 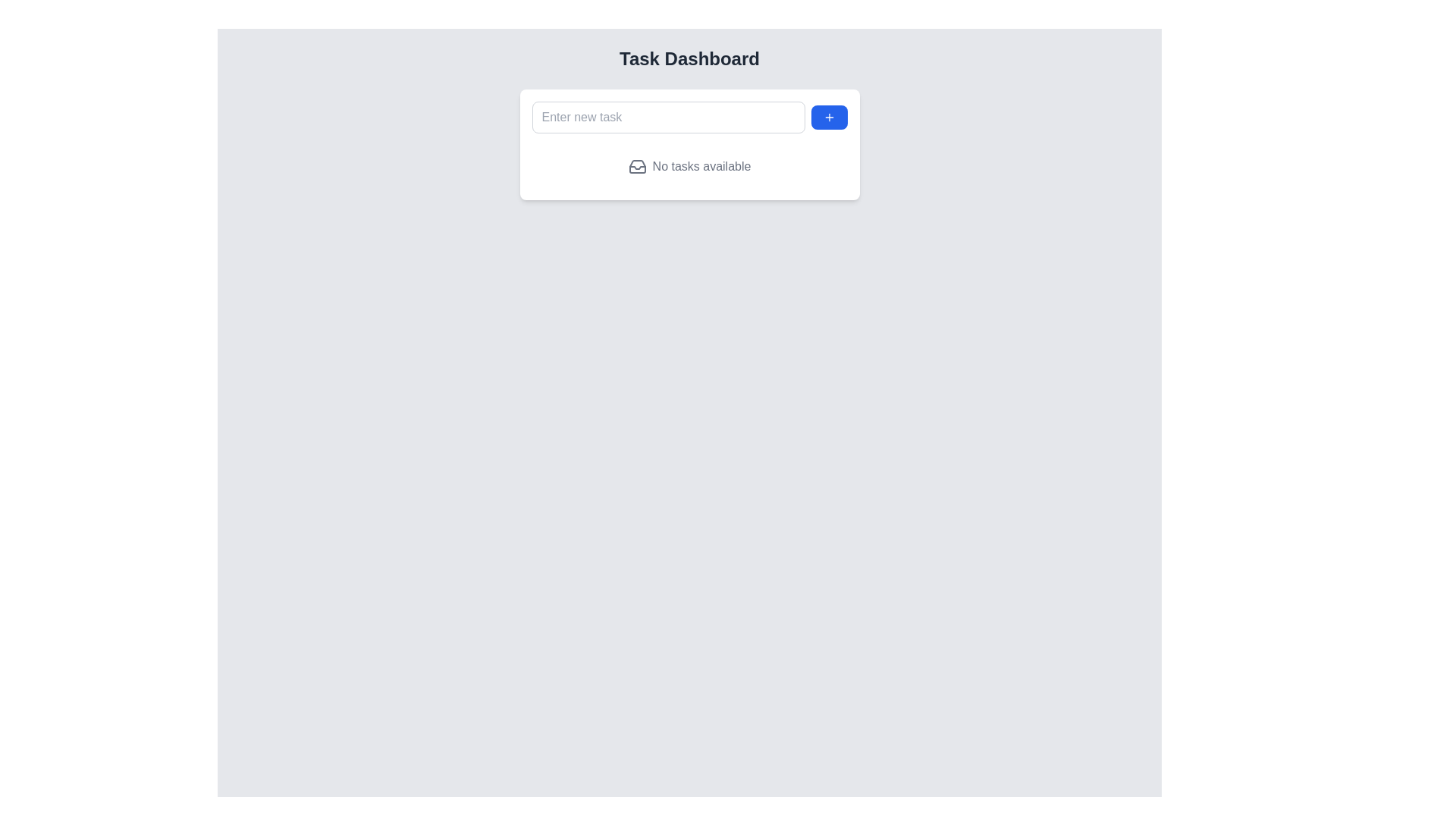 What do you see at coordinates (828, 116) in the screenshot?
I see `the addition icon located at the top-center of the task dashboard` at bounding box center [828, 116].